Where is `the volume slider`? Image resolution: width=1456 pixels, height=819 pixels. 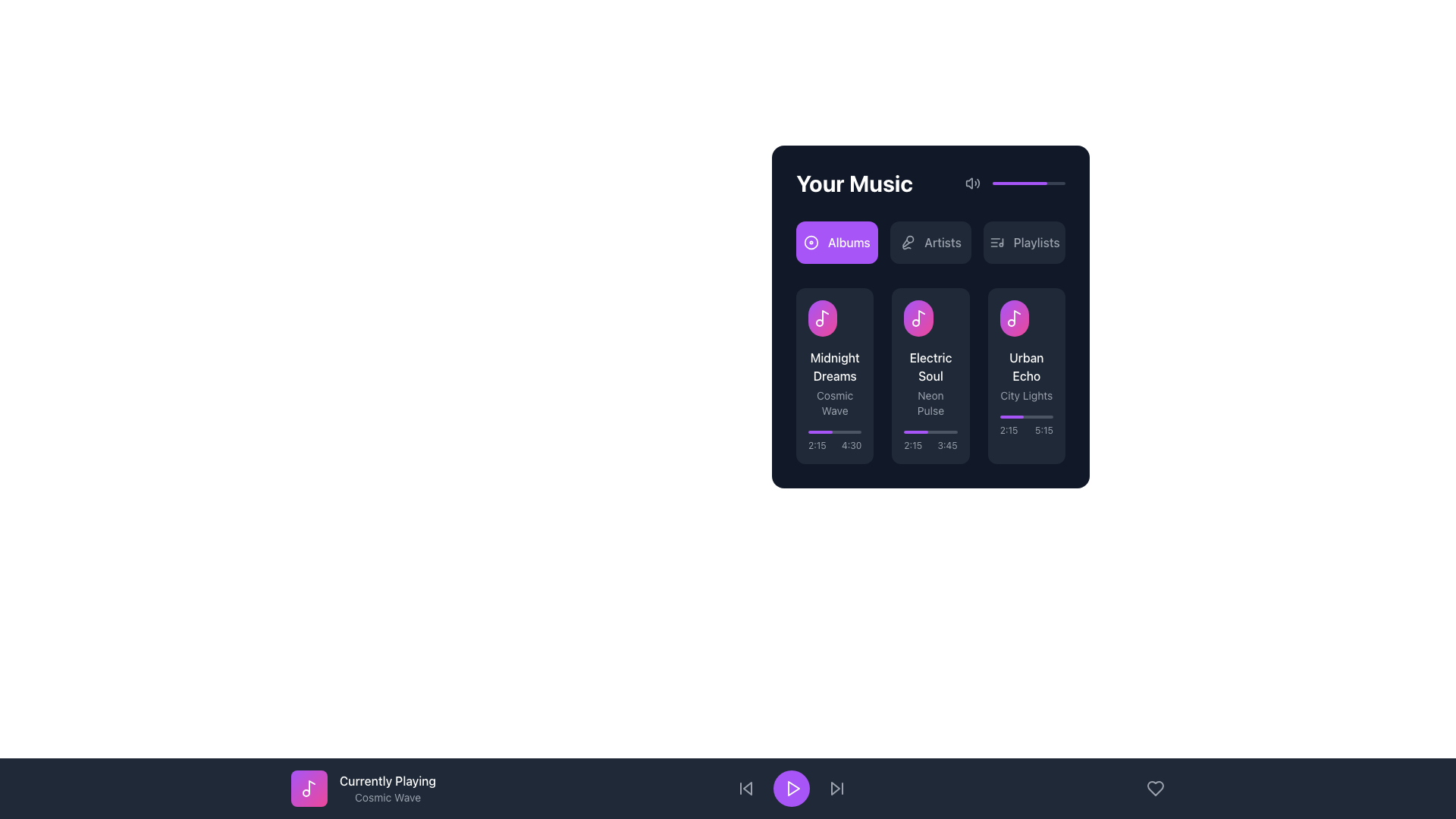 the volume slider is located at coordinates (995, 183).